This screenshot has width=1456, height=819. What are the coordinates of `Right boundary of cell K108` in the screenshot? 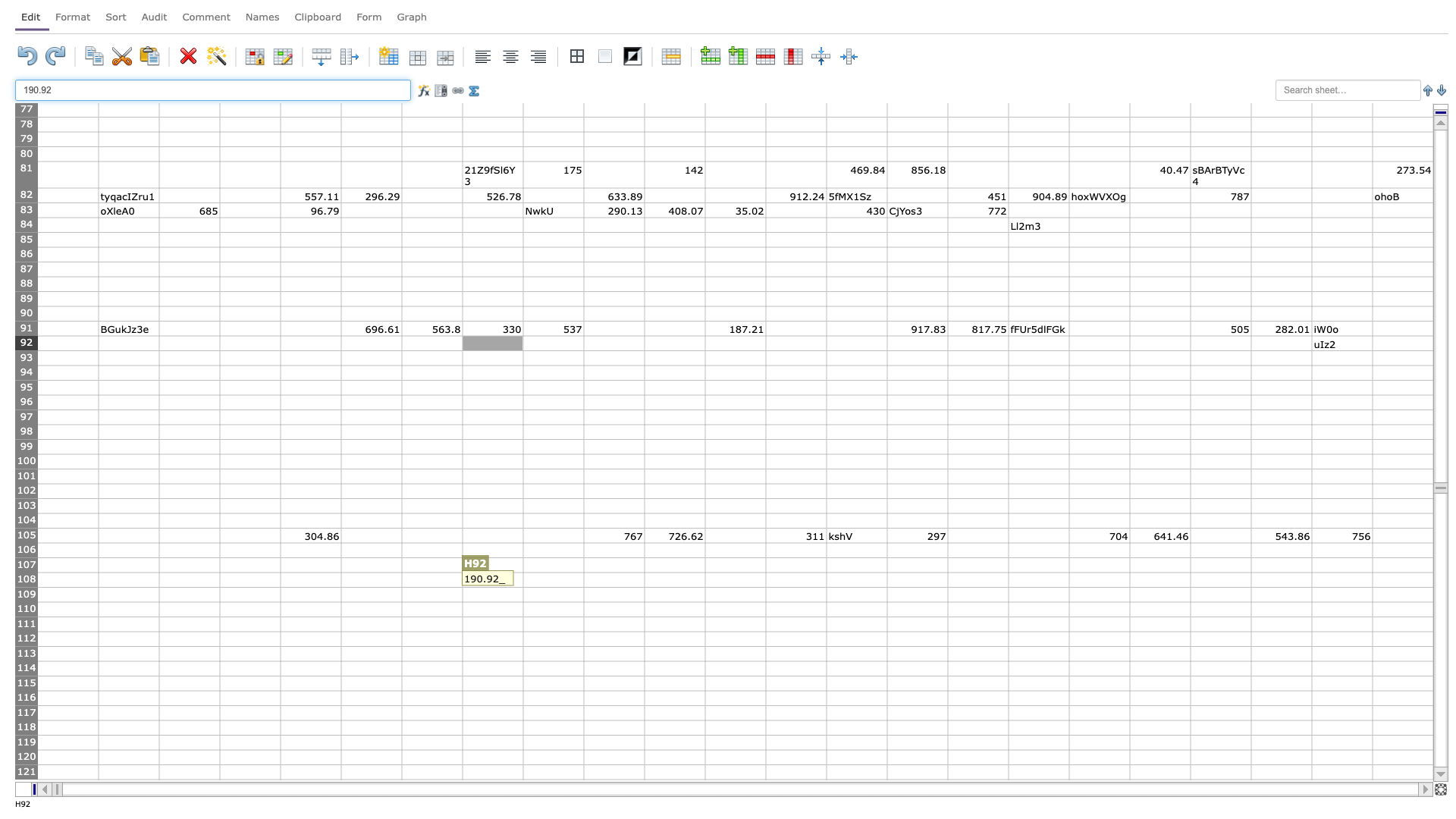 It's located at (704, 579).